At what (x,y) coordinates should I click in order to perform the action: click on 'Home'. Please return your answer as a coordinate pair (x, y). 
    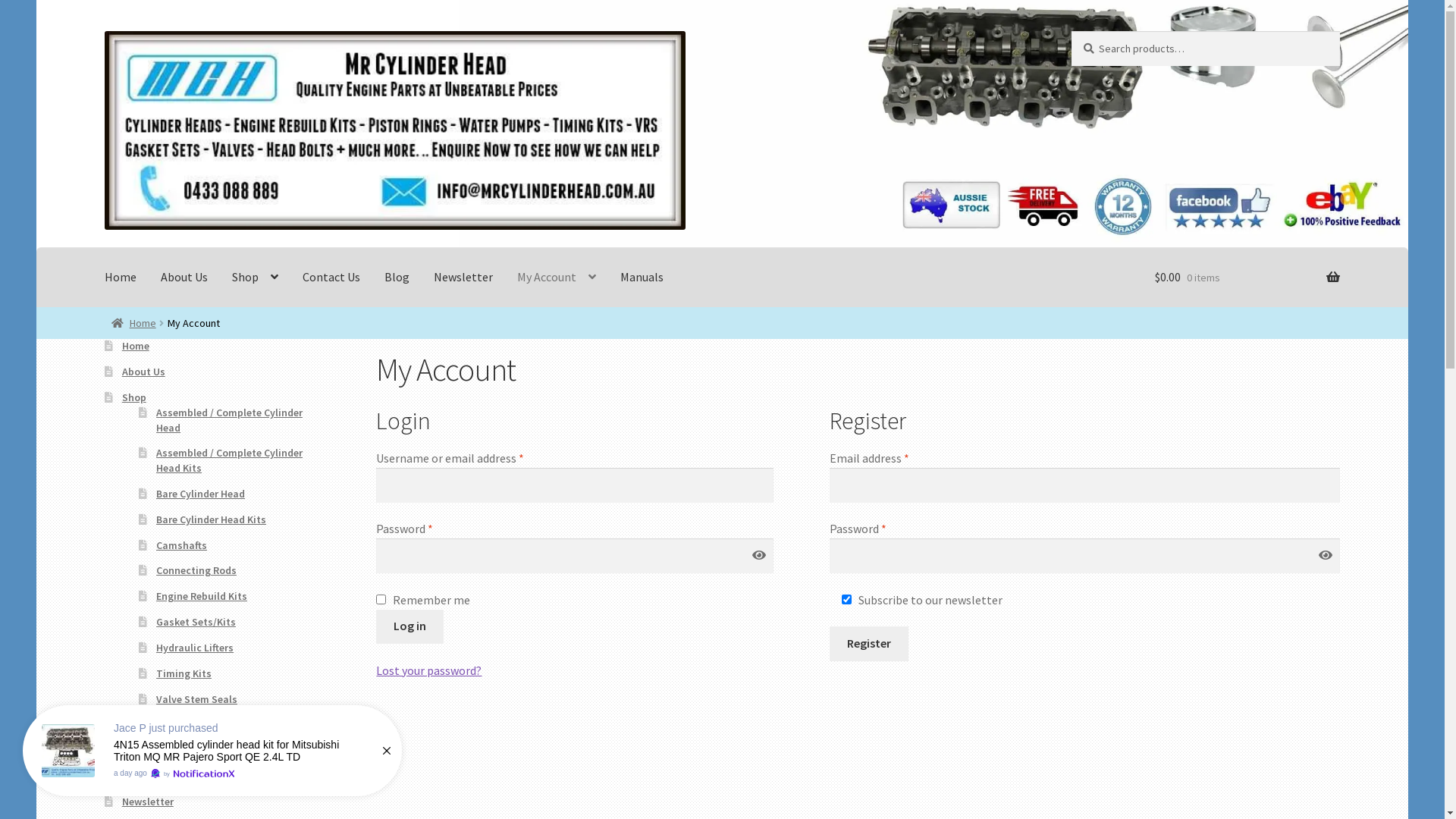
    Looking at the image, I should click on (119, 277).